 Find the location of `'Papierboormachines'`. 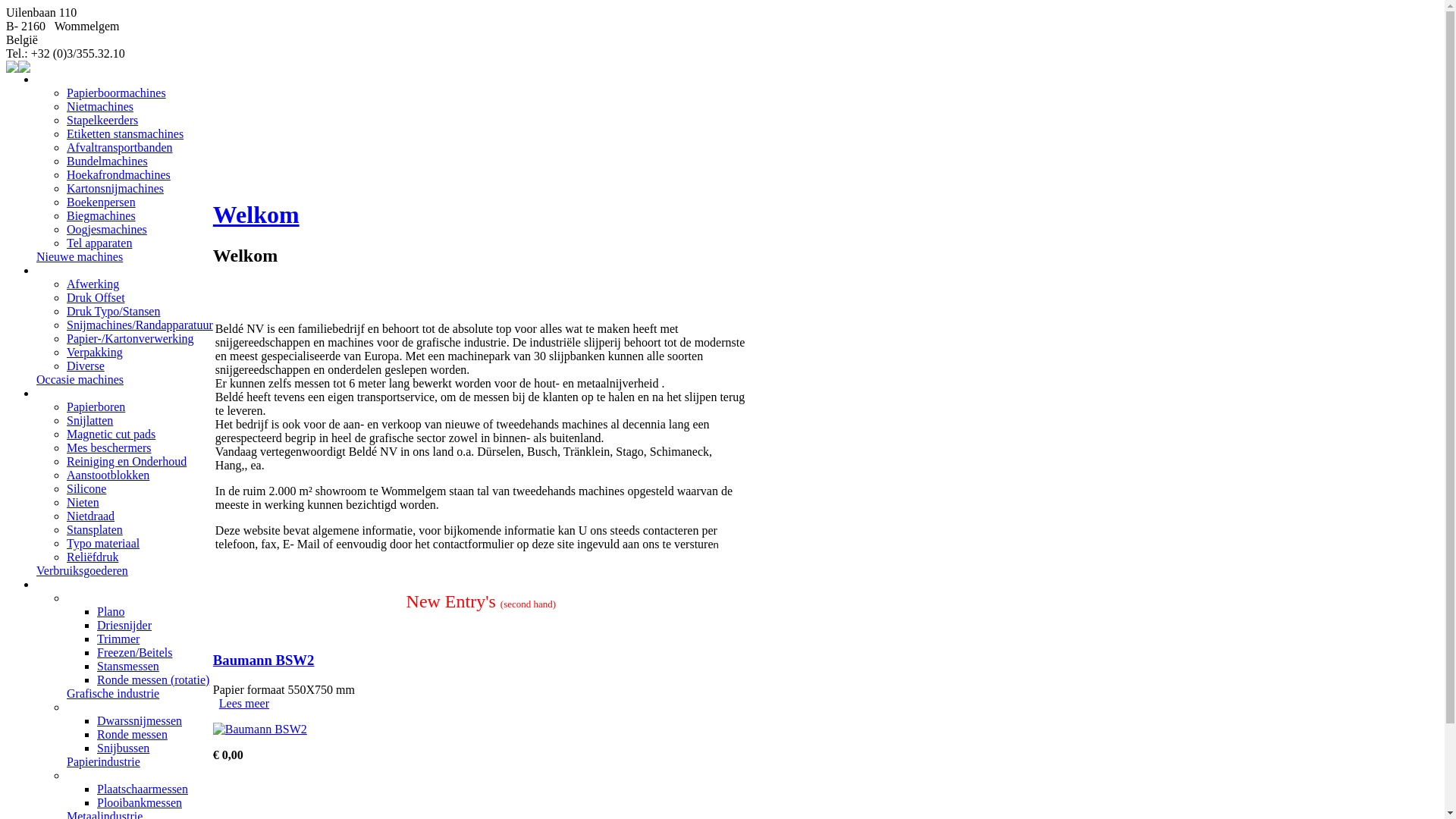

'Papierboormachines' is located at coordinates (65, 93).